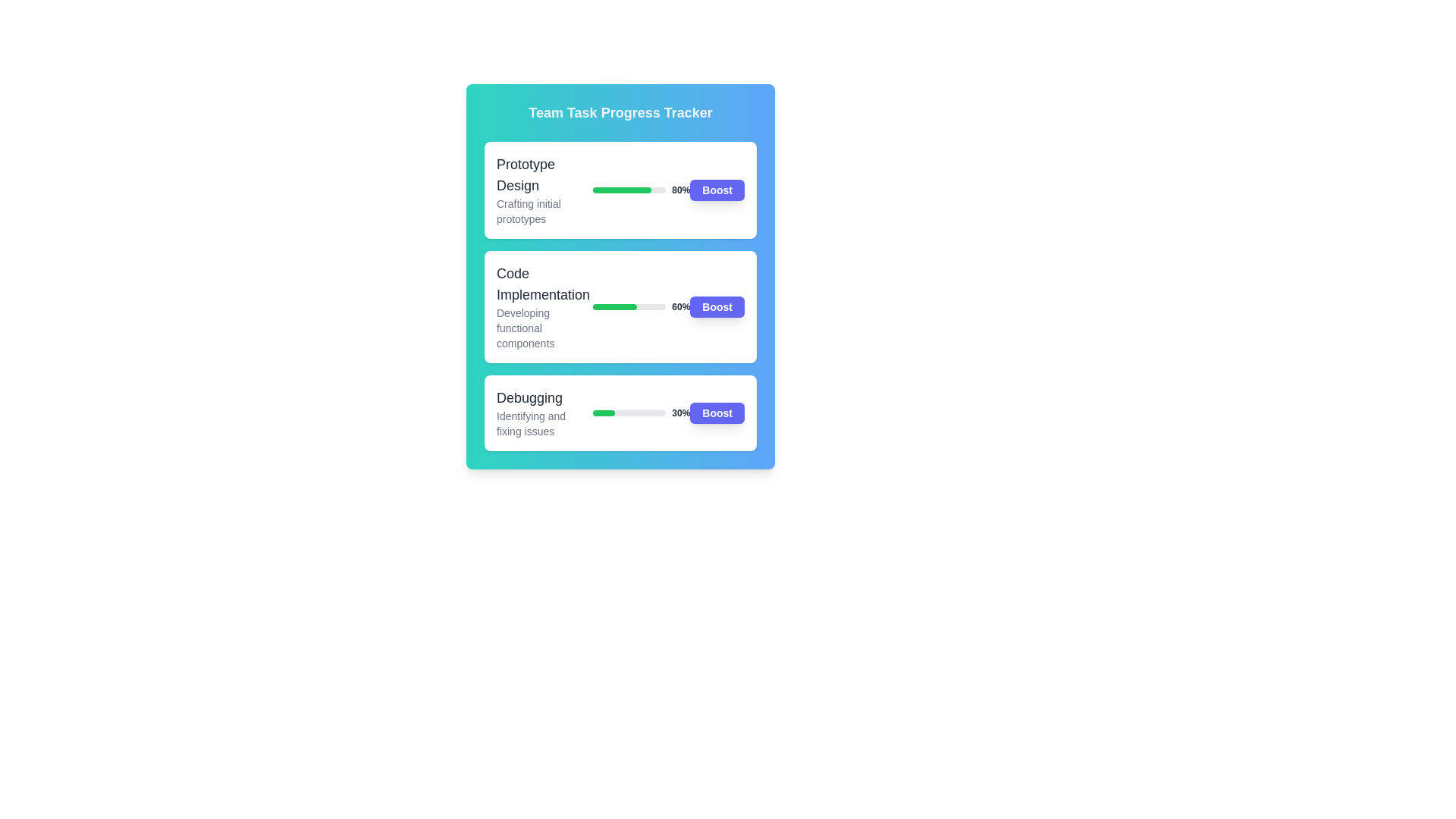 This screenshot has height=819, width=1456. Describe the element at coordinates (680, 307) in the screenshot. I see `displayed text from the progress percentage label located within the second task card (Code Implementation), which is positioned to the right of the green progress bar` at that location.